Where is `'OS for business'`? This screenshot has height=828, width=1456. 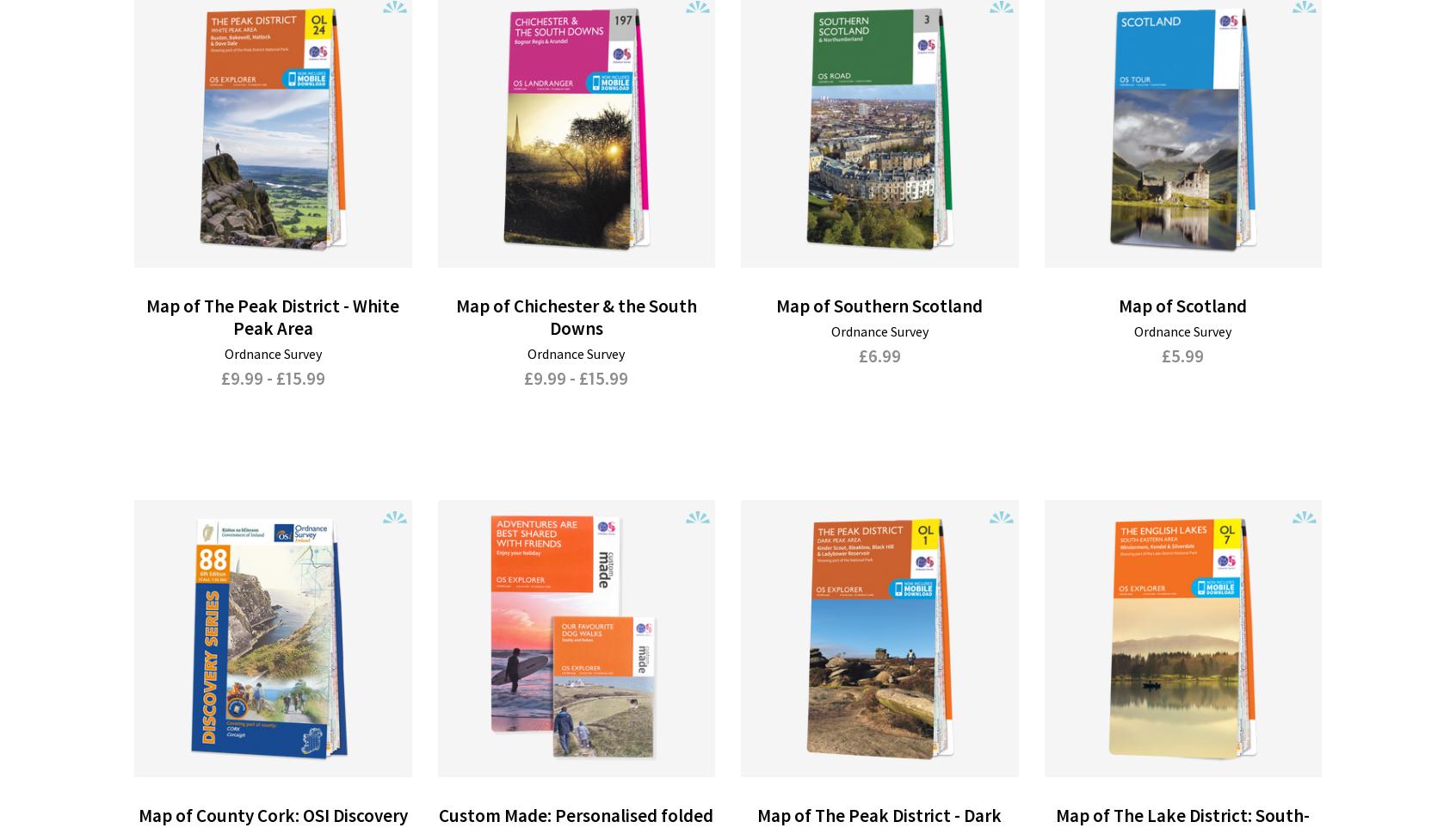
'OS for business' is located at coordinates (200, 657).